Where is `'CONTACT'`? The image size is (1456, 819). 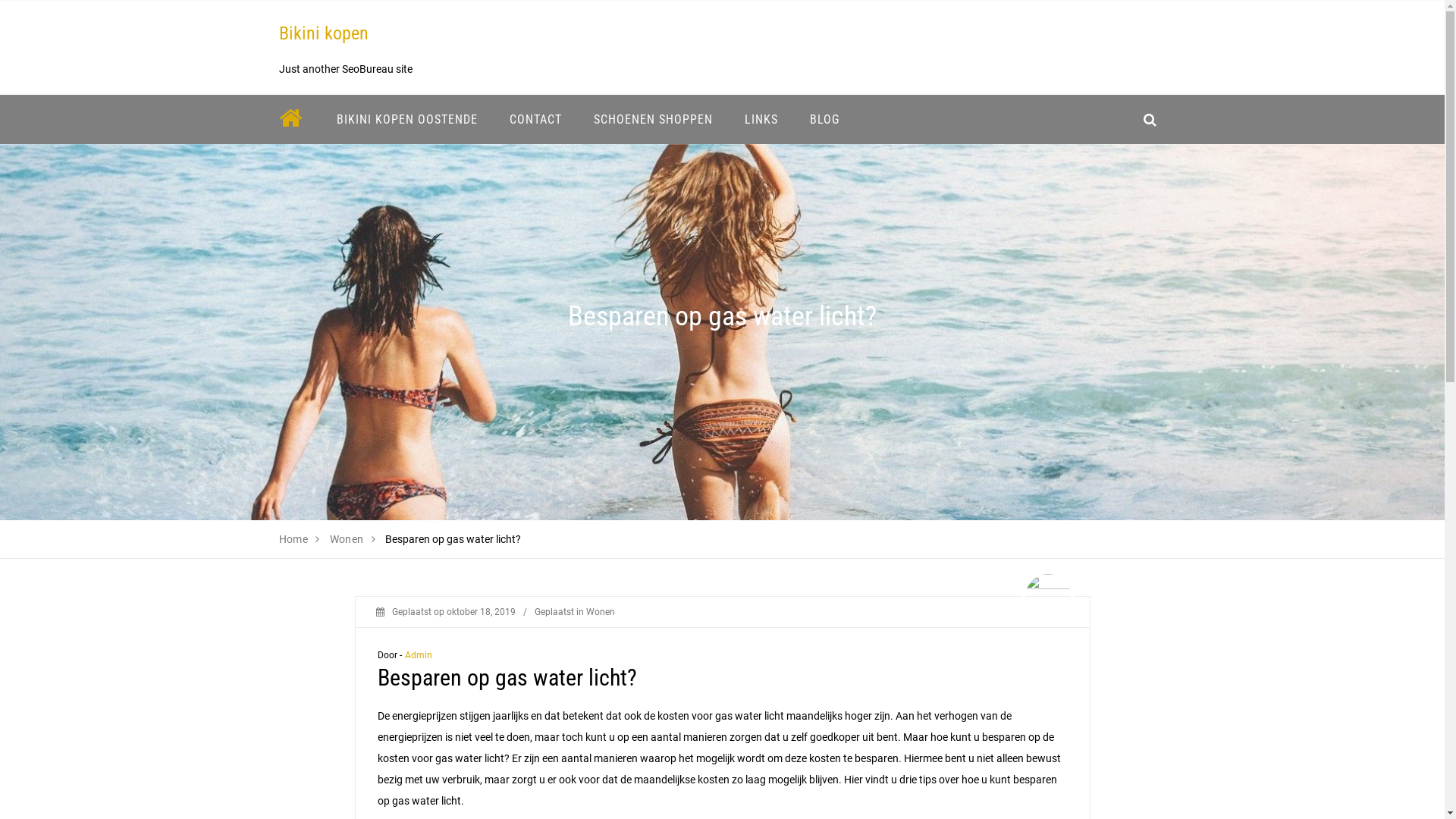 'CONTACT' is located at coordinates (535, 118).